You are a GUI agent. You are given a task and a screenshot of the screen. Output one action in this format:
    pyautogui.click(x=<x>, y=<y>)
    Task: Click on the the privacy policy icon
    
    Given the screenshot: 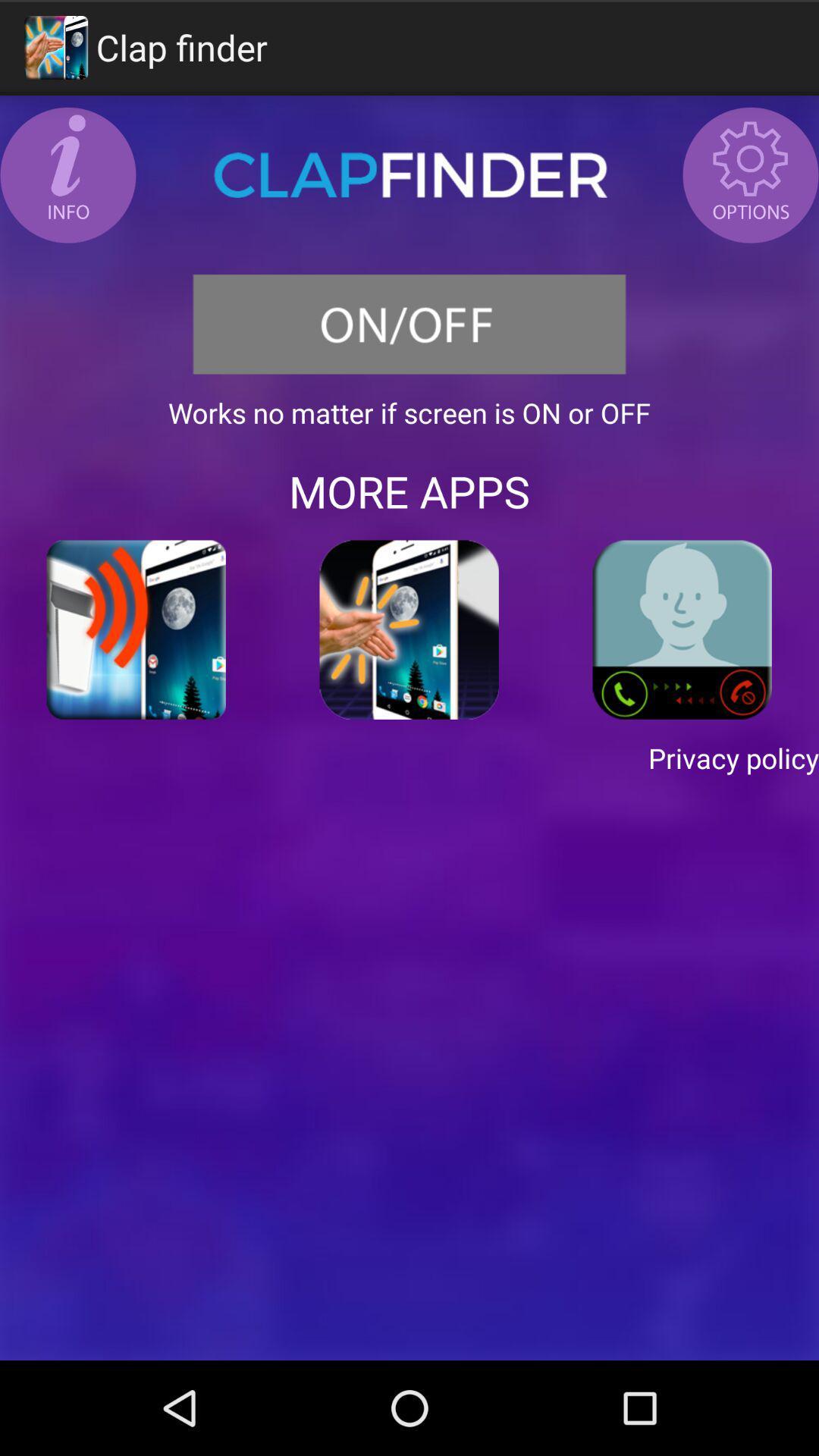 What is the action you would take?
    pyautogui.click(x=409, y=758)
    